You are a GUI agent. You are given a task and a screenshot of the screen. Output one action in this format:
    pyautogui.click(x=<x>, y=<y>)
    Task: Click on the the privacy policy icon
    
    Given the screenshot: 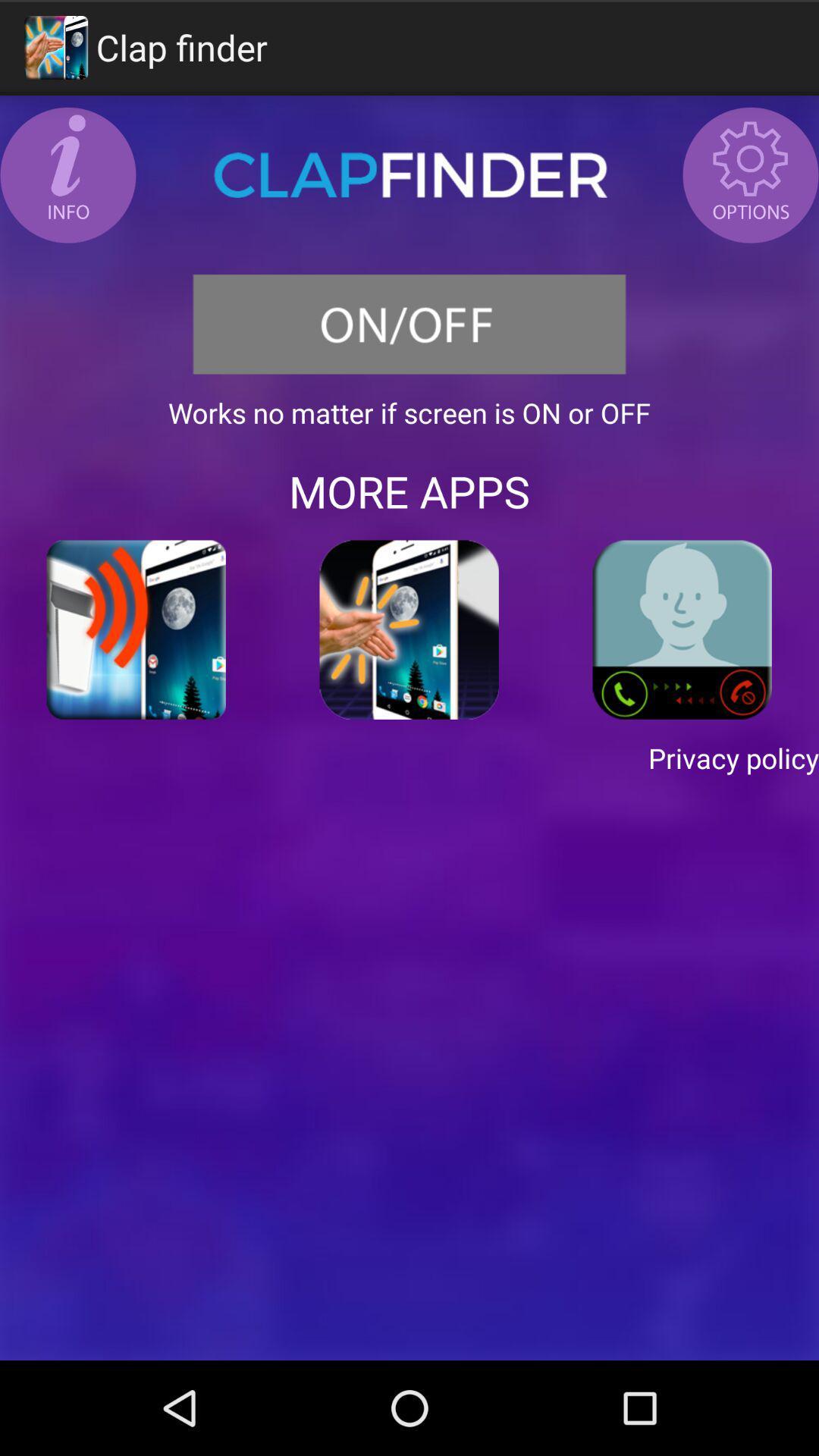 What is the action you would take?
    pyautogui.click(x=409, y=758)
    